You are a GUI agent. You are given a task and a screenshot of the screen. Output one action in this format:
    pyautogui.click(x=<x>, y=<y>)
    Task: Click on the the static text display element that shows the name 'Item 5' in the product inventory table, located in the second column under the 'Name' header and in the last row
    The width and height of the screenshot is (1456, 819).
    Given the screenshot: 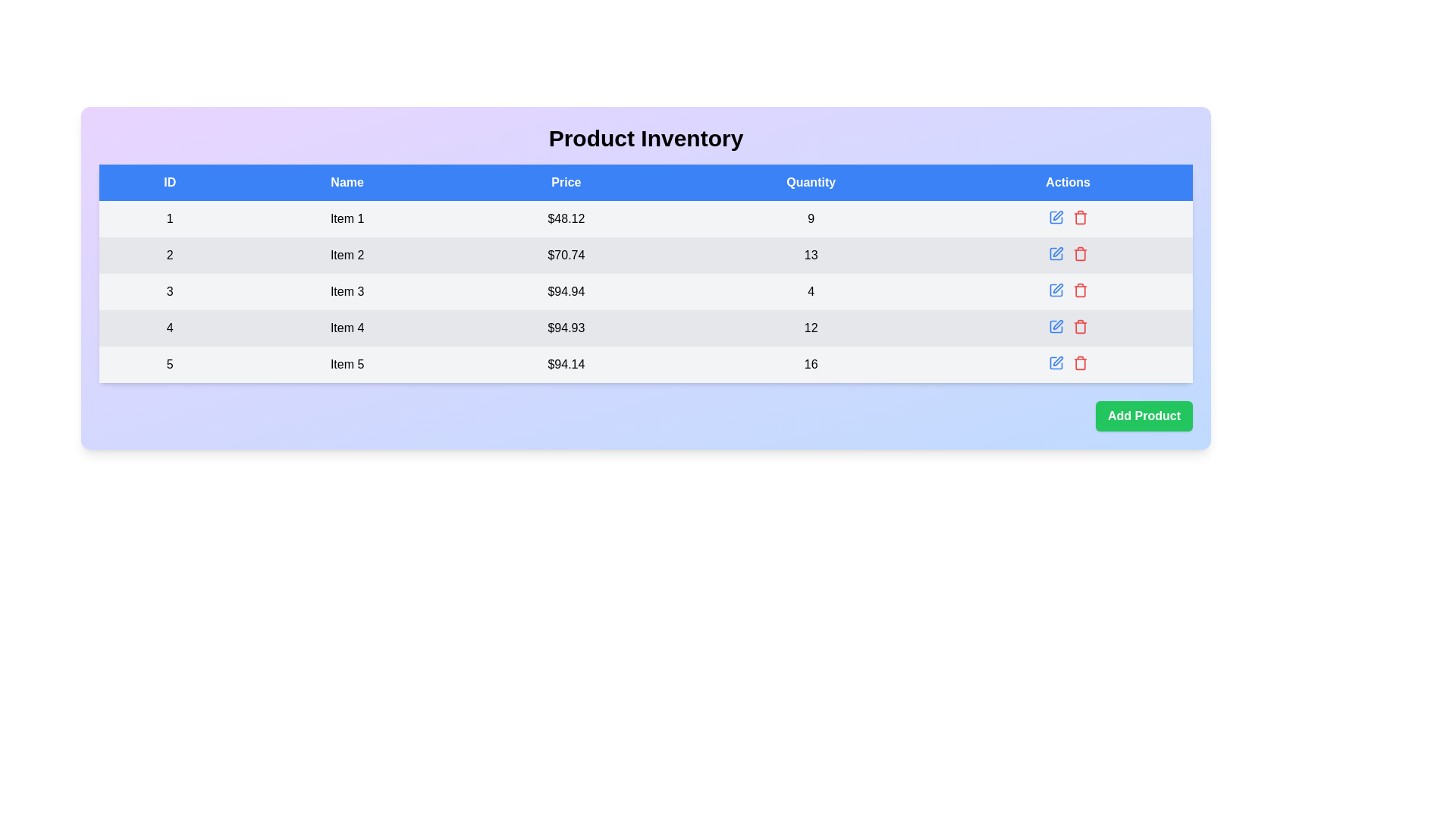 What is the action you would take?
    pyautogui.click(x=347, y=365)
    